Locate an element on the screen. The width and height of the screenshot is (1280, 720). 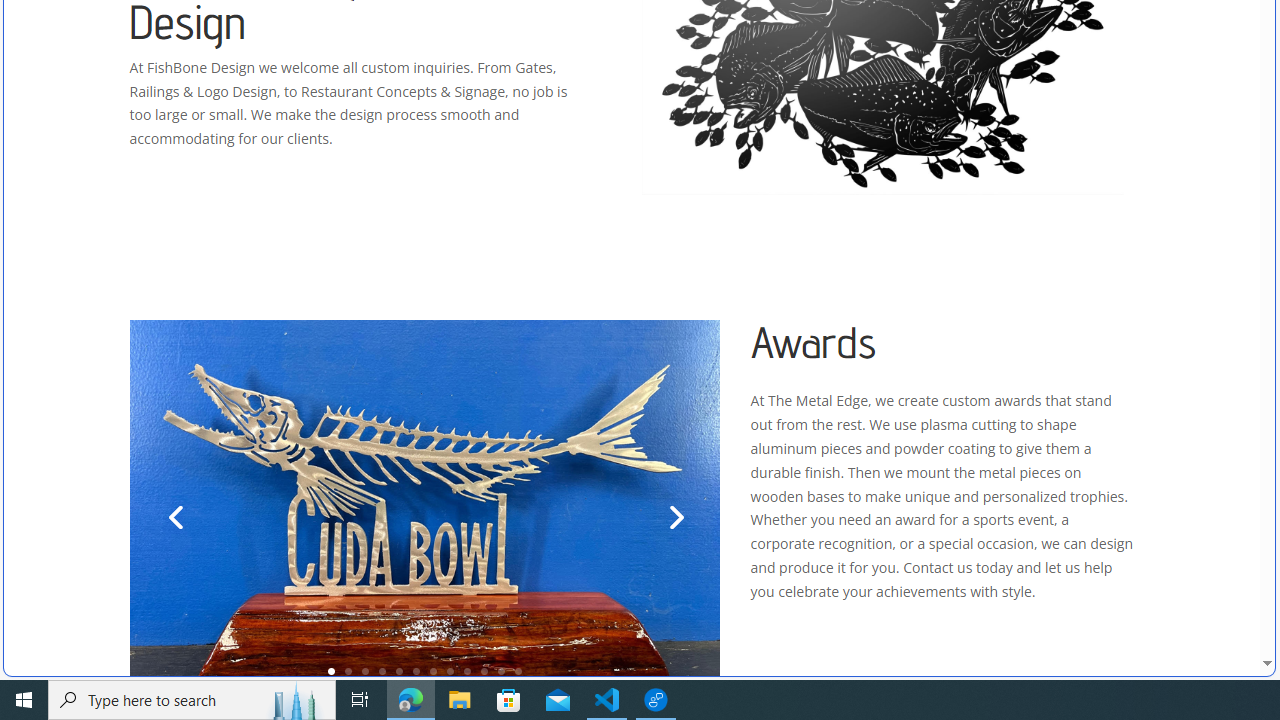
'11' is located at coordinates (501, 671).